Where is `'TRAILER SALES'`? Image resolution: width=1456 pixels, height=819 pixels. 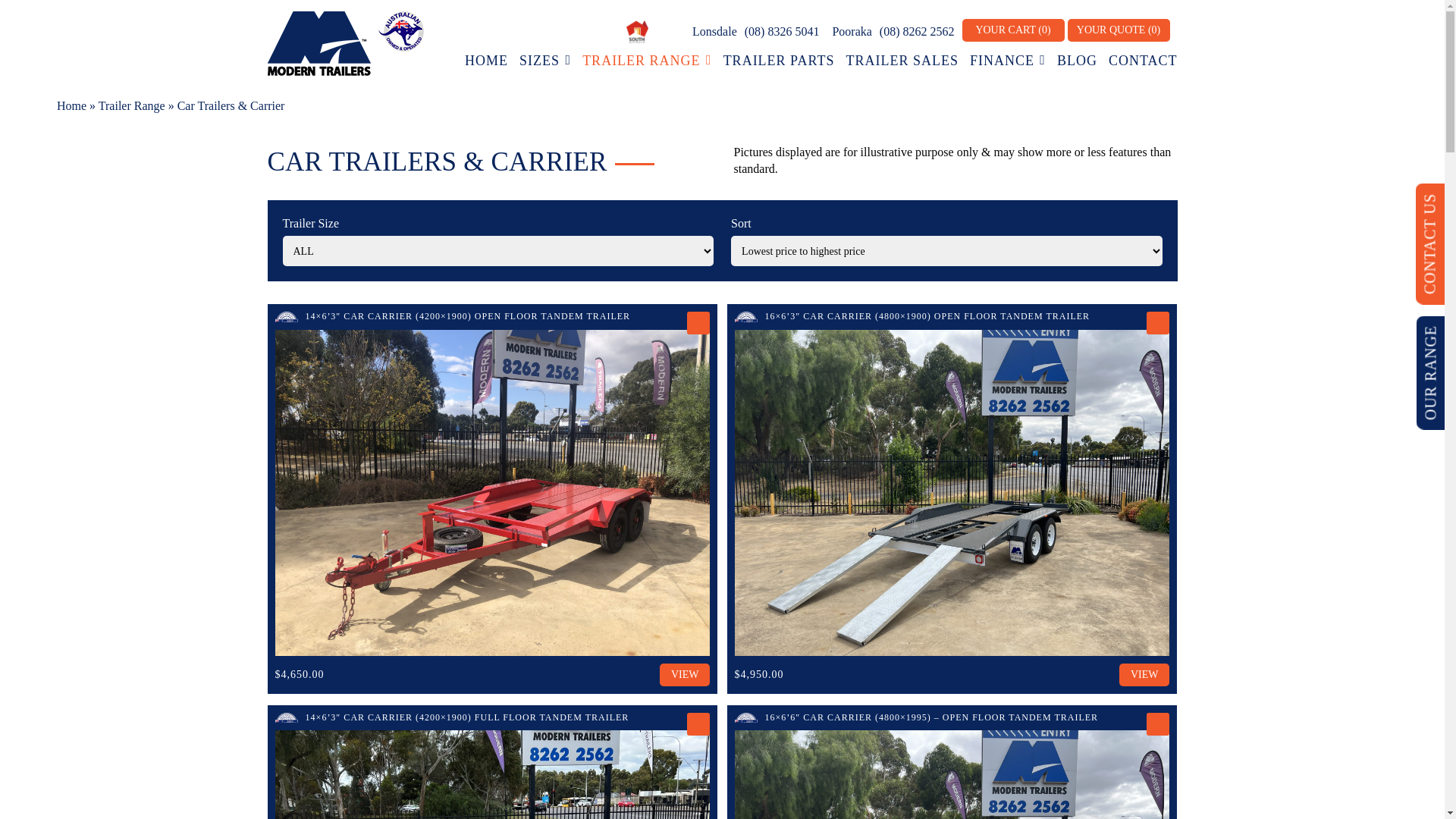
'TRAILER SALES' is located at coordinates (902, 60).